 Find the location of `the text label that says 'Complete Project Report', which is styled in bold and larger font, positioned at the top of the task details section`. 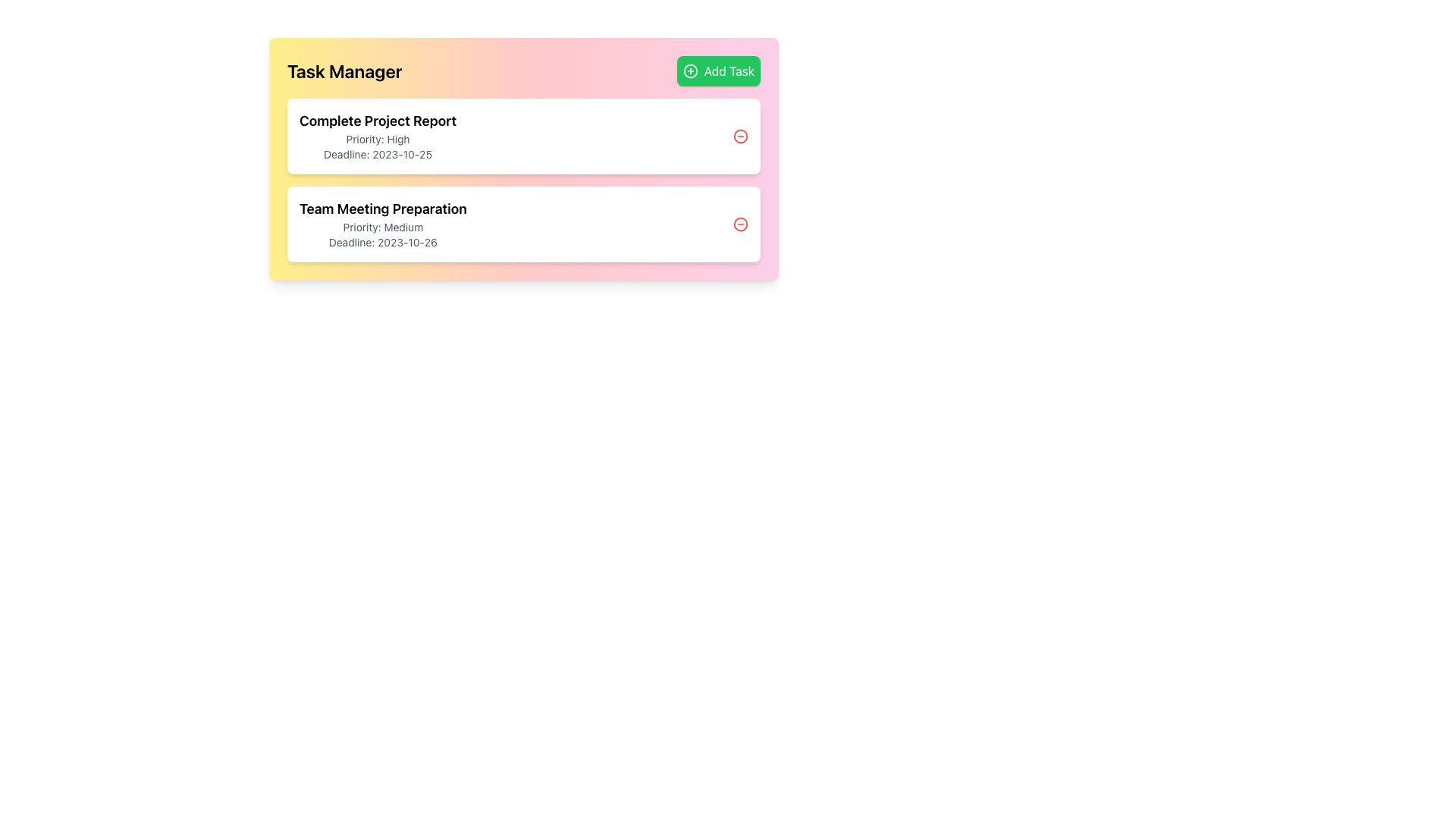

the text label that says 'Complete Project Report', which is styled in bold and larger font, positioned at the top of the task details section is located at coordinates (378, 120).